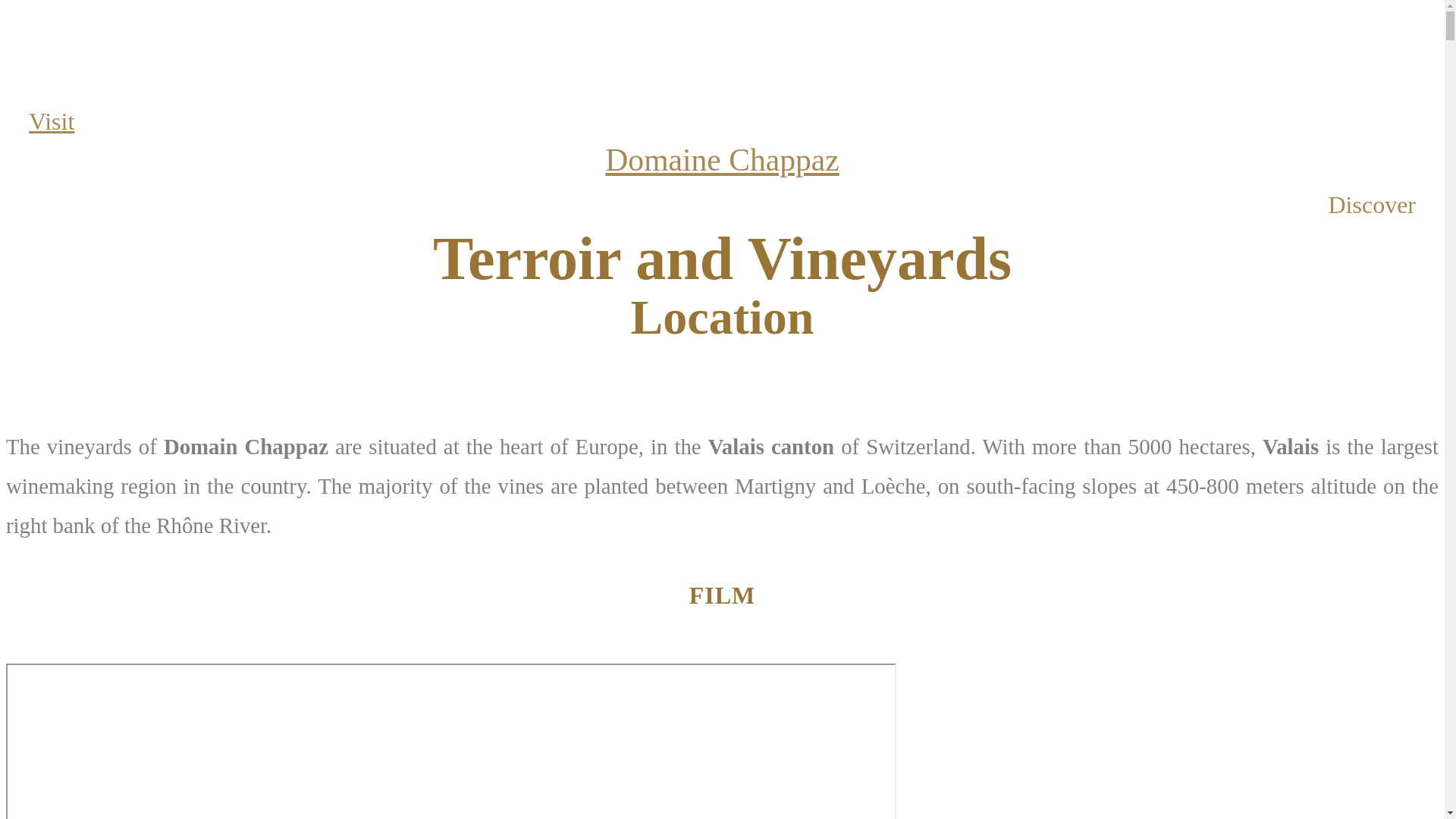 The width and height of the screenshot is (1456, 819). I want to click on 'Discover', so click(1372, 205).